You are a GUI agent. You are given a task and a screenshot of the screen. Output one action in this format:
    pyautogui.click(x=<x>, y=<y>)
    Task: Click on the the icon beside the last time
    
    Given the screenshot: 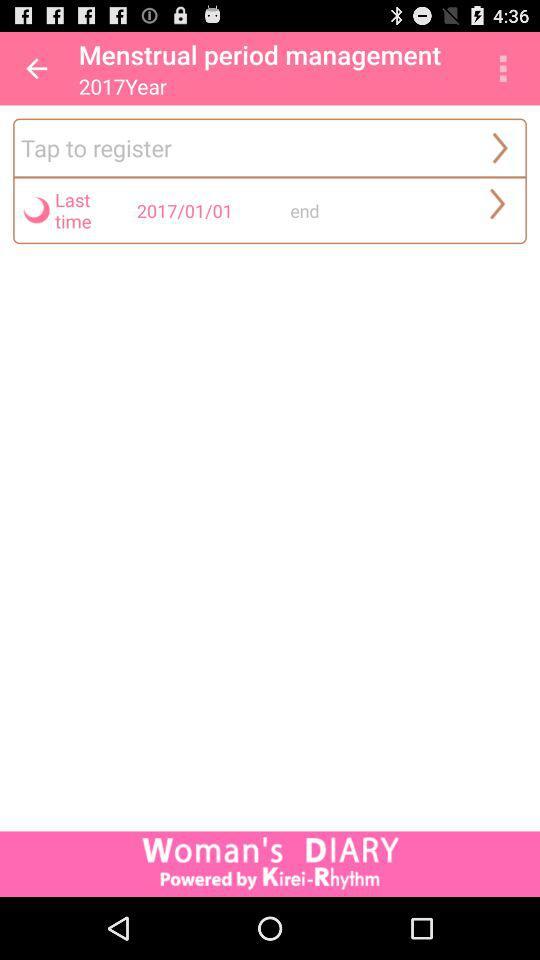 What is the action you would take?
    pyautogui.click(x=36, y=210)
    